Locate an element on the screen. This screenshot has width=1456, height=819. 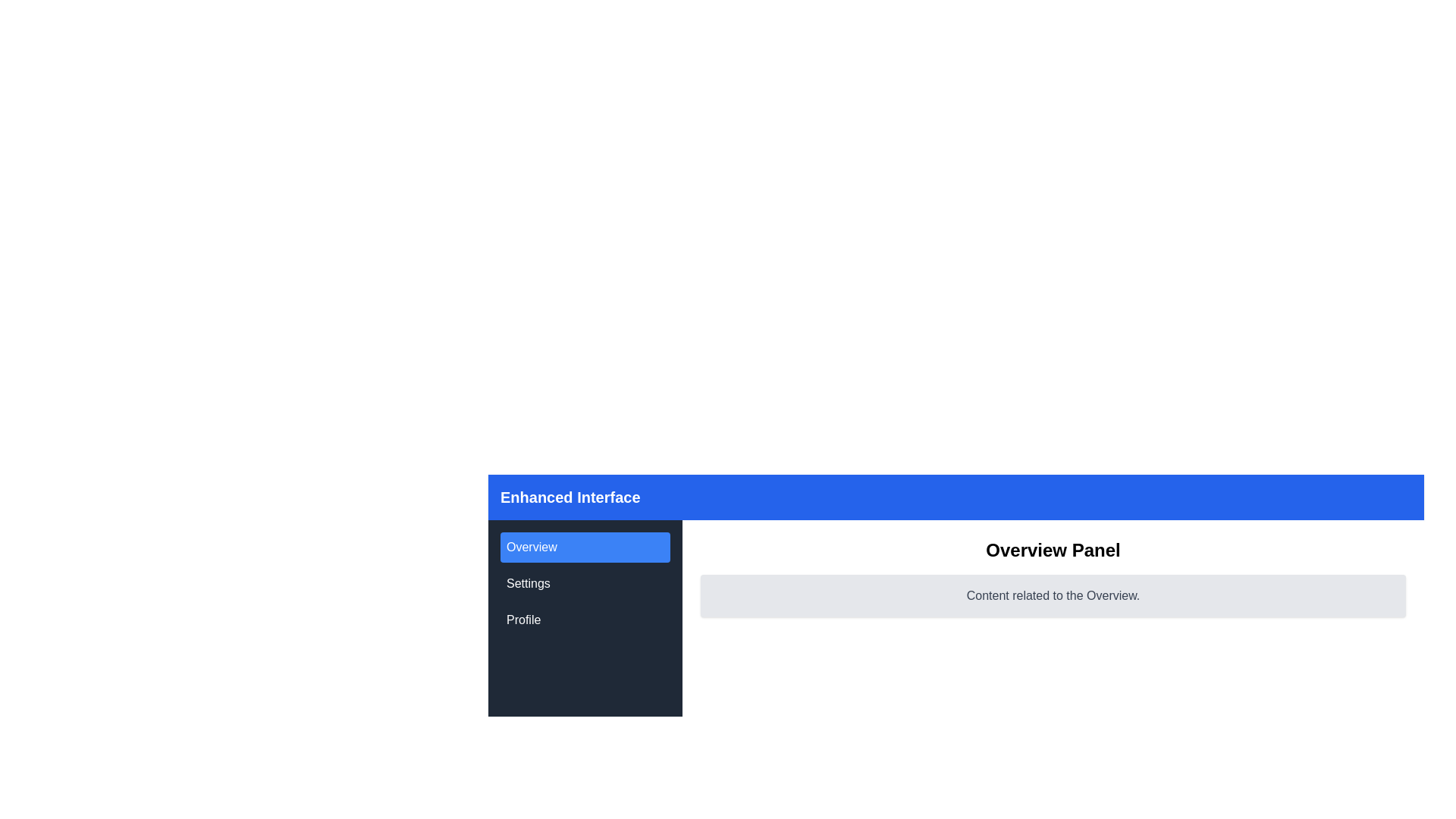
the 'Settings' button located between the 'Overview' and 'Profile' items in the left navigation panel is located at coordinates (585, 583).